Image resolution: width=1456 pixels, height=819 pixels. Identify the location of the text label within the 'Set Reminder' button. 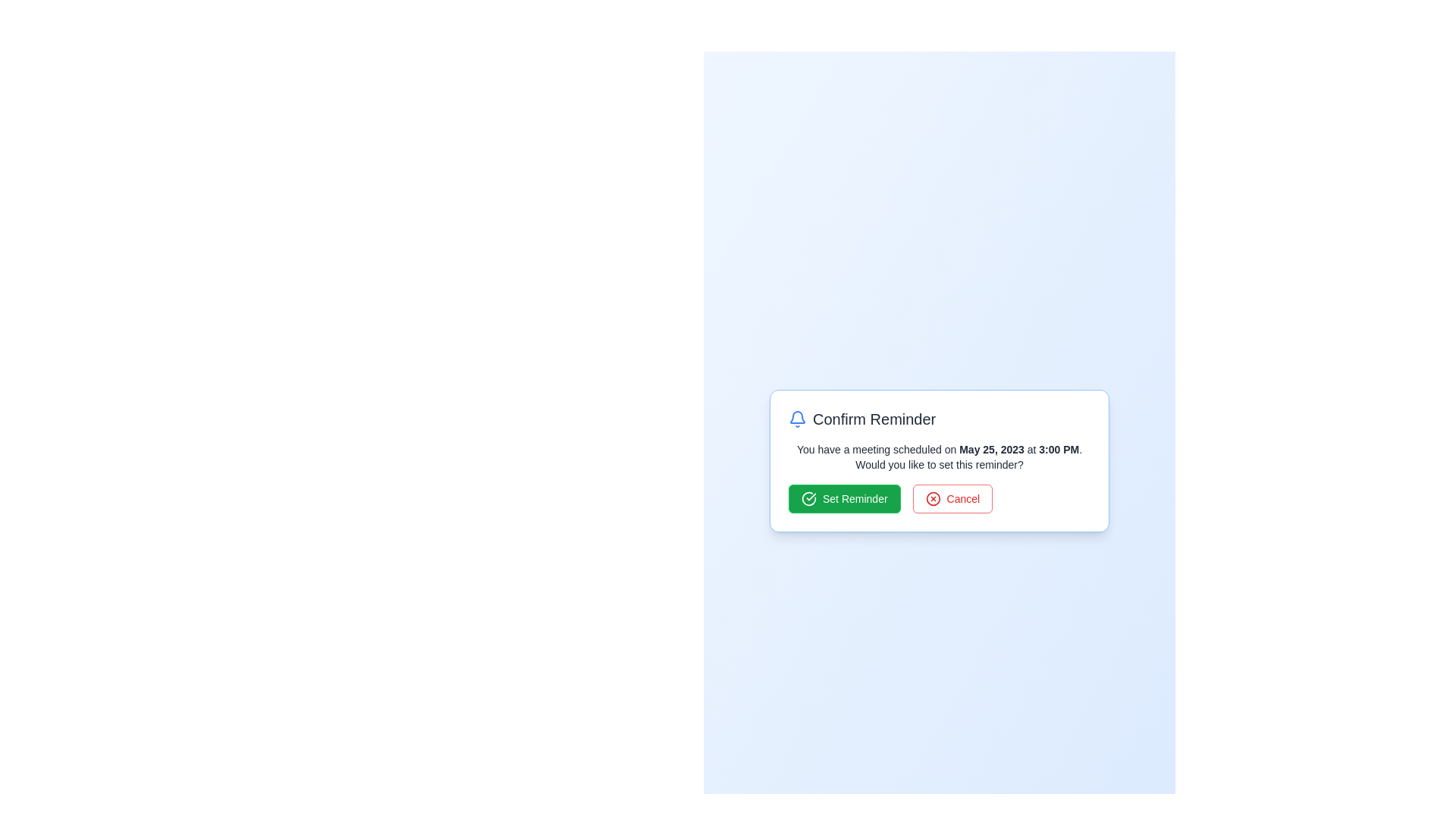
(855, 499).